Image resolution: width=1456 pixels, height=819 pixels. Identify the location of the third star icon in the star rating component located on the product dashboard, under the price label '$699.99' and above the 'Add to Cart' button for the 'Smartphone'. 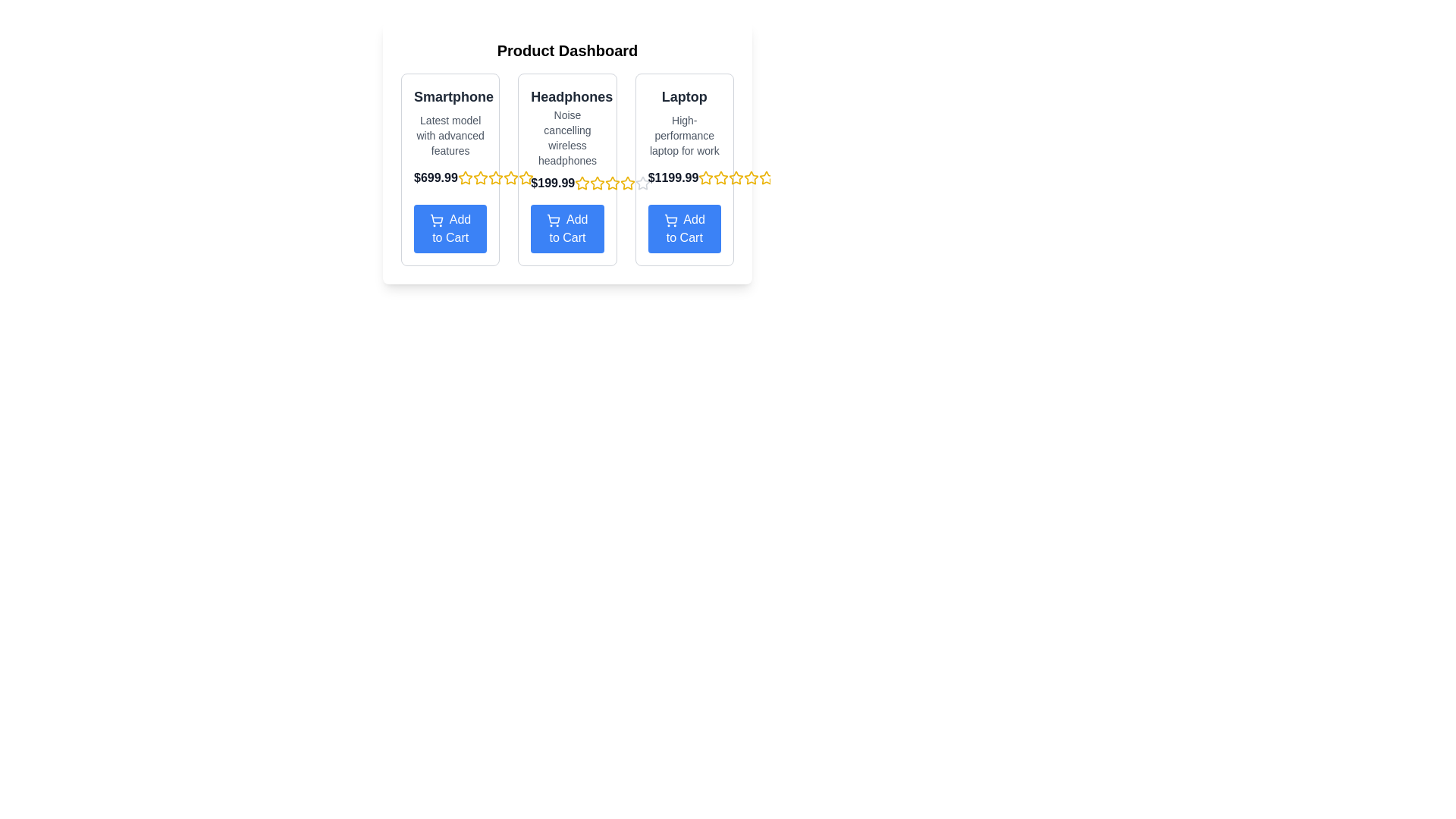
(495, 177).